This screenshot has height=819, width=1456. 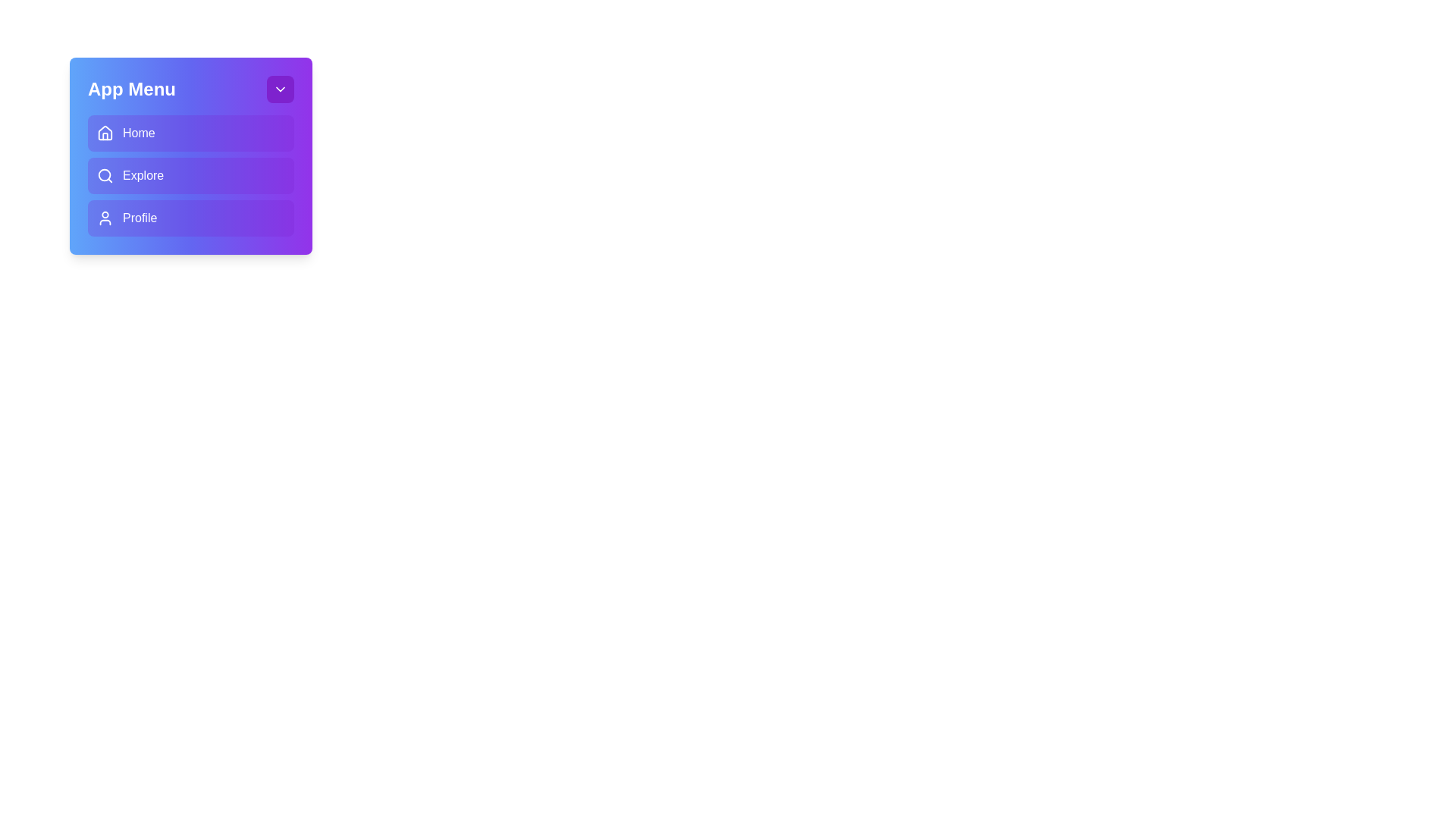 I want to click on the 'Profile' button, which is a rectangular button with white text on a purple gradient background, located at the bottom of the menu on the left side of the interface, so click(x=140, y=218).